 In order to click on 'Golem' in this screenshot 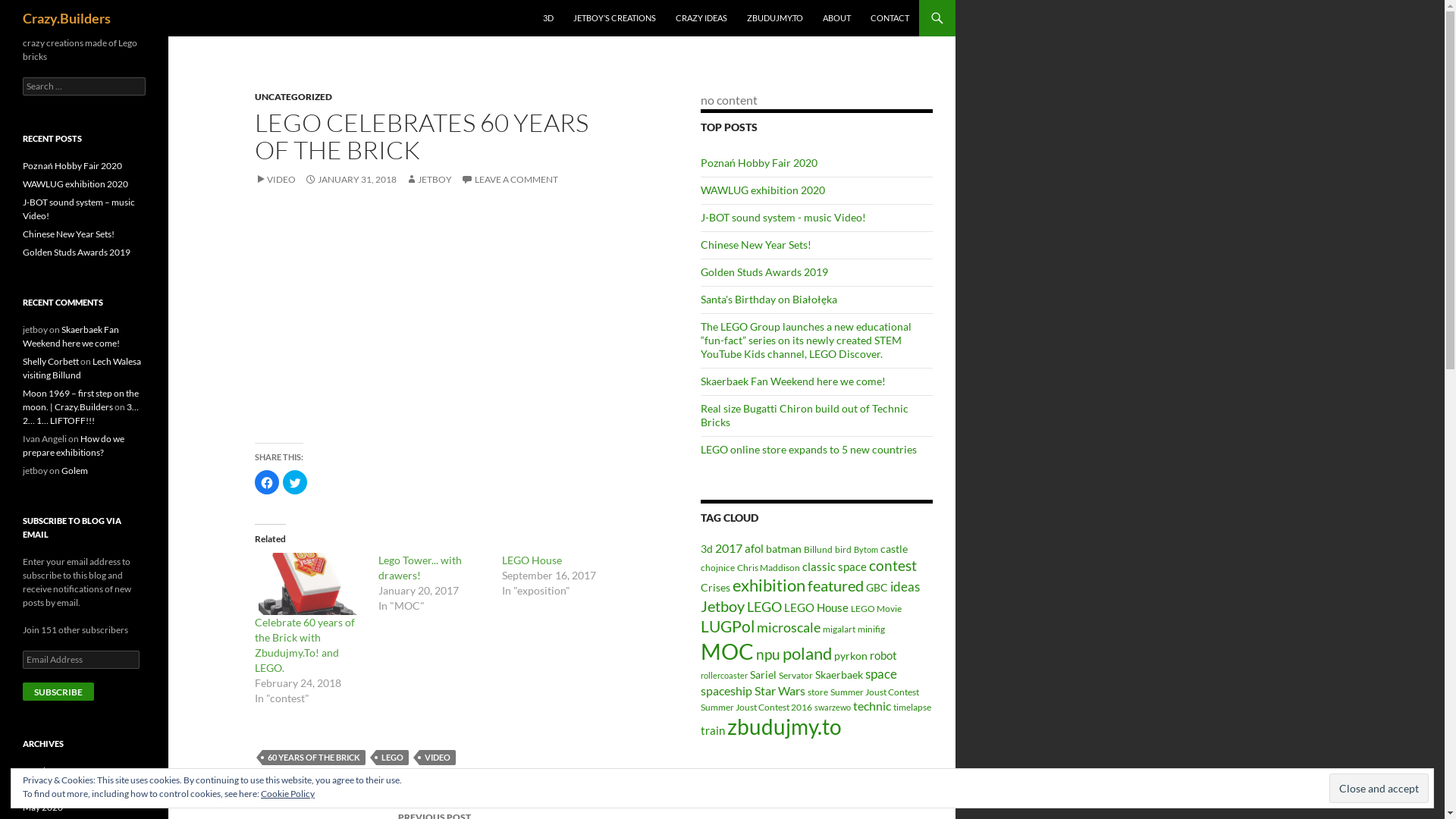, I will do `click(74, 469)`.